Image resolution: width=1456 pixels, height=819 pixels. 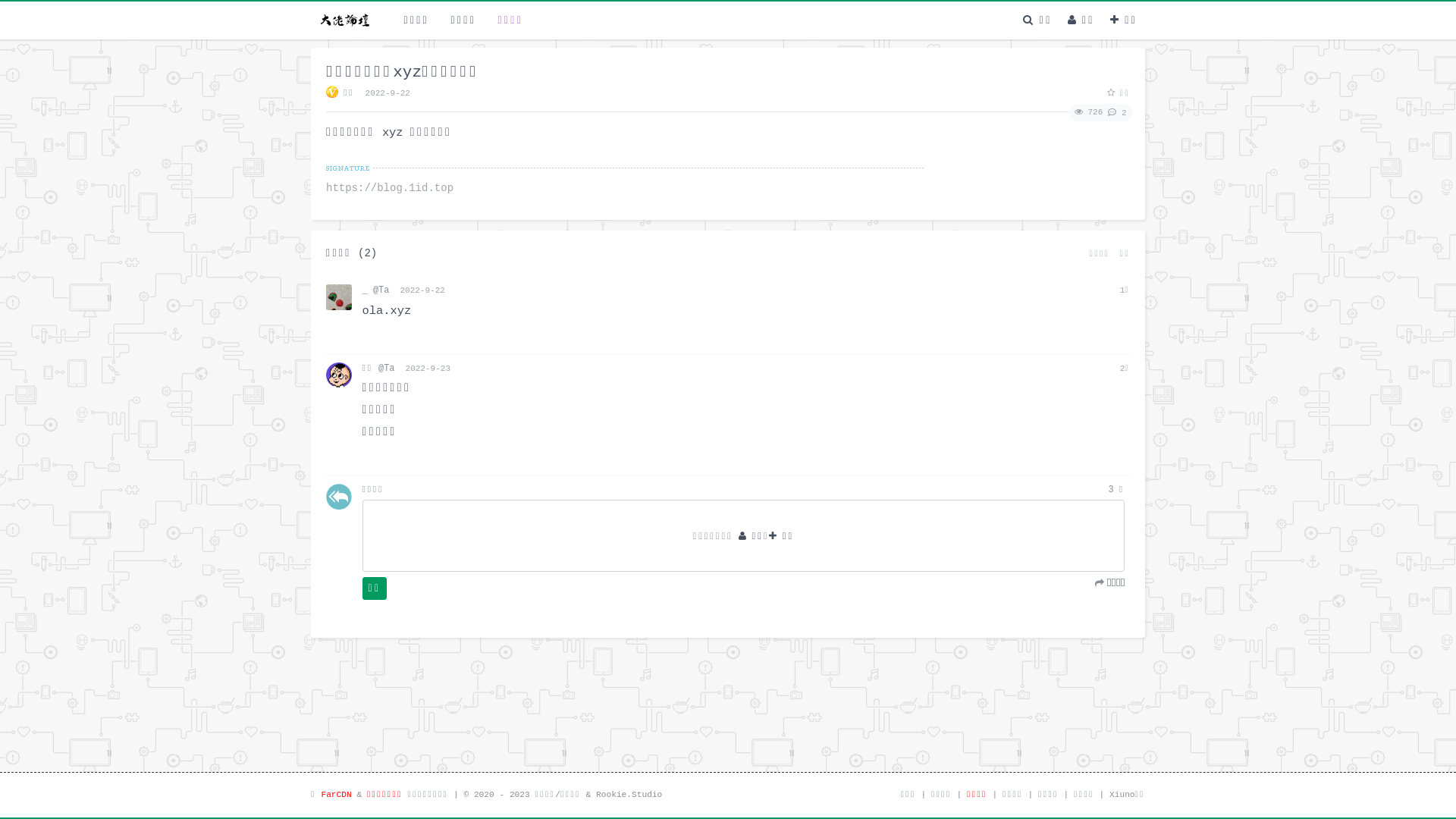 What do you see at coordinates (362, 290) in the screenshot?
I see `'_'` at bounding box center [362, 290].